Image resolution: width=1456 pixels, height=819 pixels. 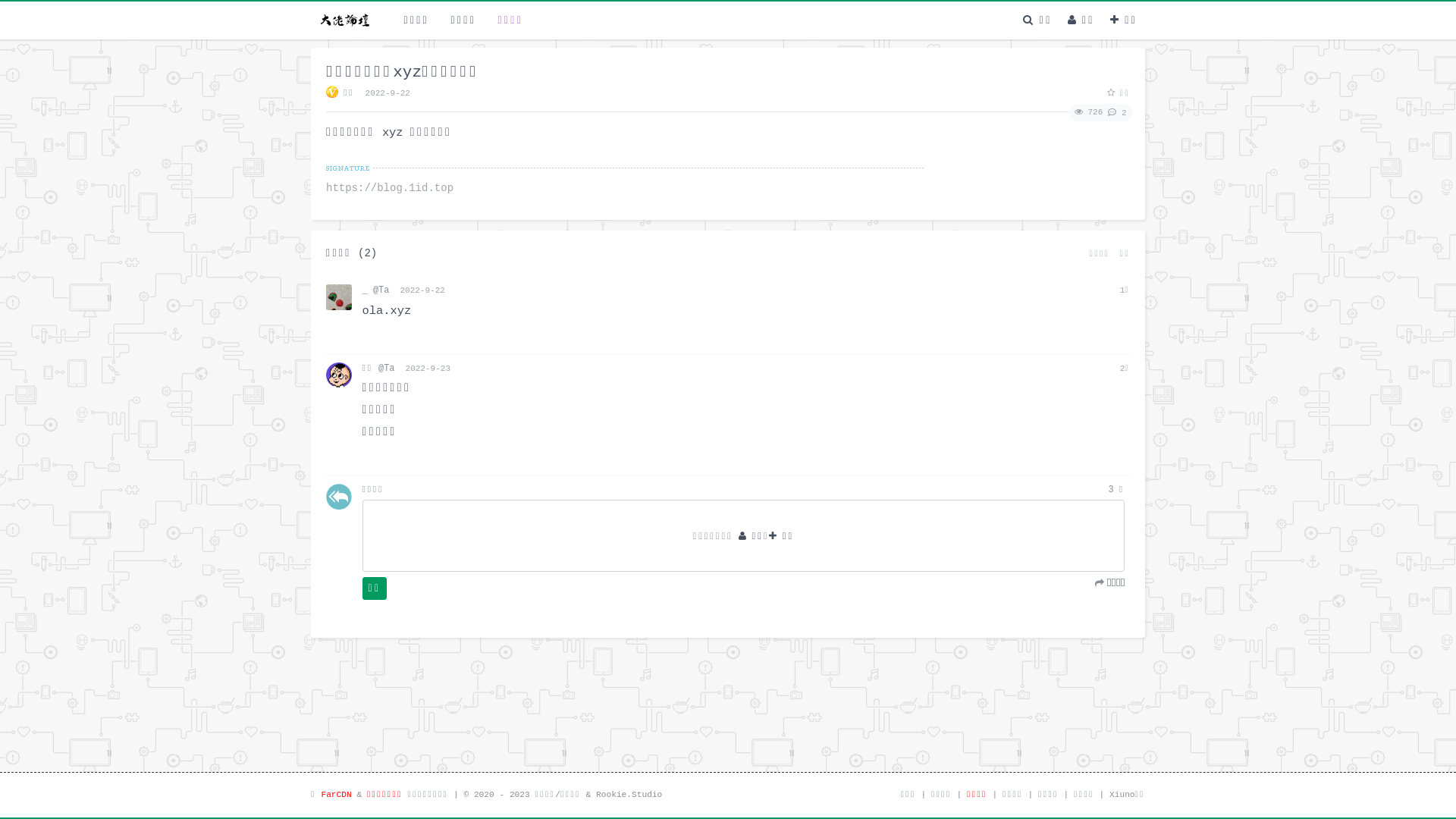 What do you see at coordinates (362, 290) in the screenshot?
I see `'_'` at bounding box center [362, 290].